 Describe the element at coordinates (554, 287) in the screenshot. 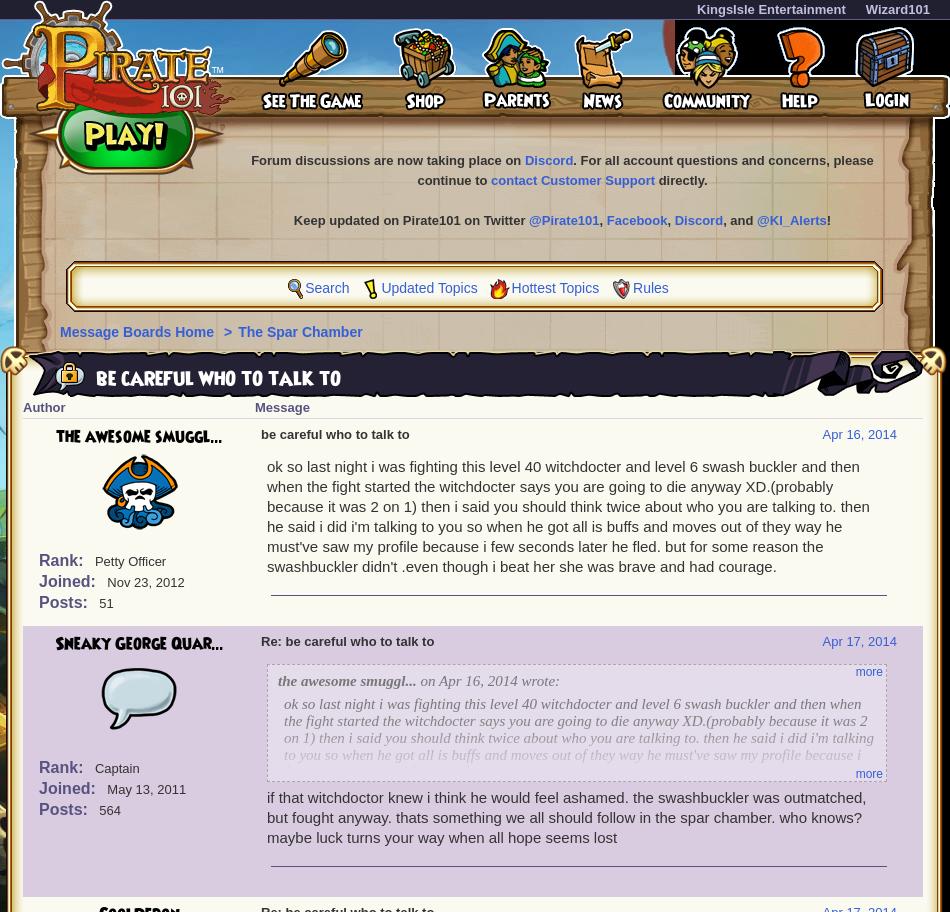

I see `'Hottest Topics'` at that location.